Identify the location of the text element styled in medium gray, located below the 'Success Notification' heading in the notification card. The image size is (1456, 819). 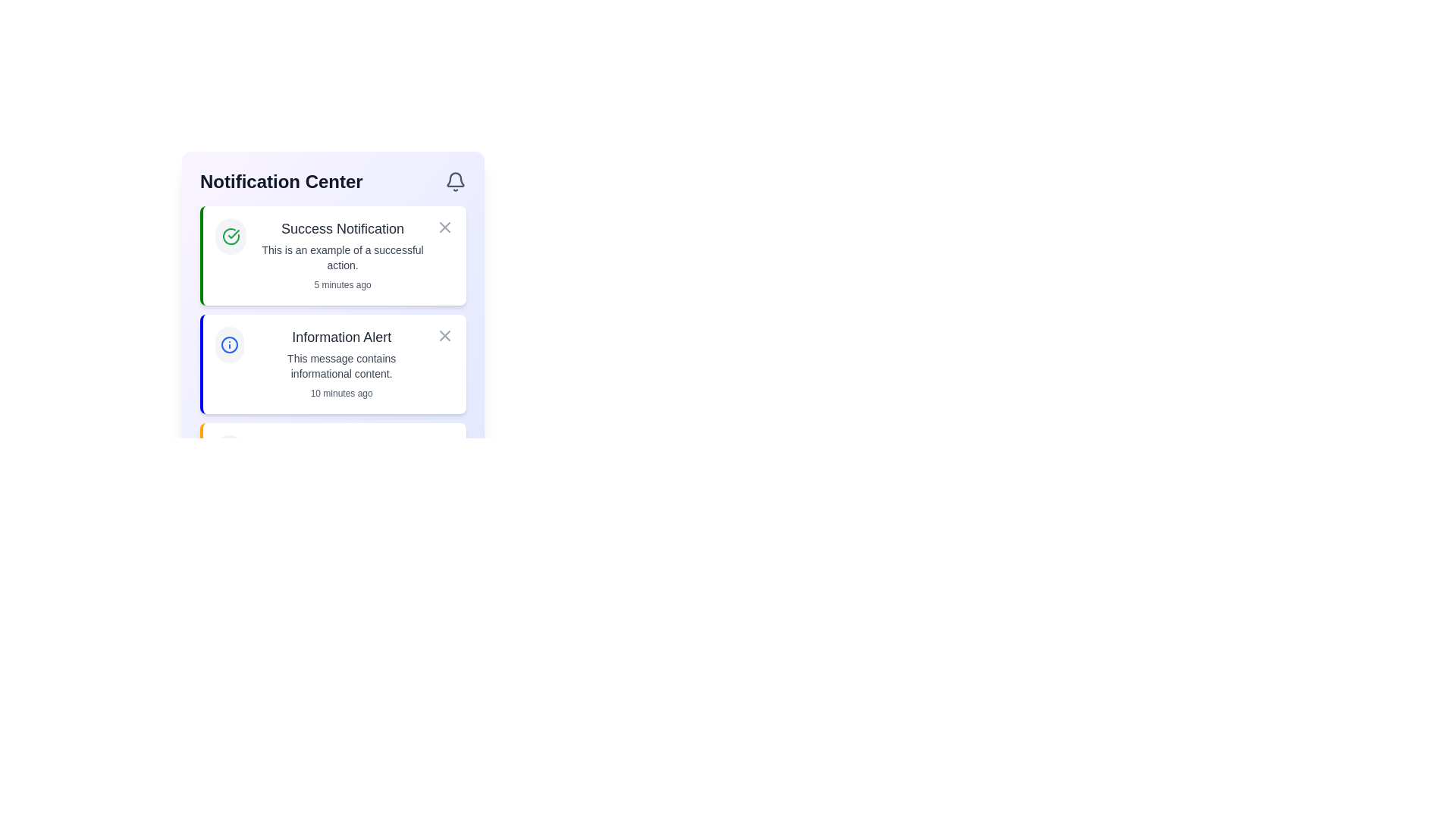
(342, 256).